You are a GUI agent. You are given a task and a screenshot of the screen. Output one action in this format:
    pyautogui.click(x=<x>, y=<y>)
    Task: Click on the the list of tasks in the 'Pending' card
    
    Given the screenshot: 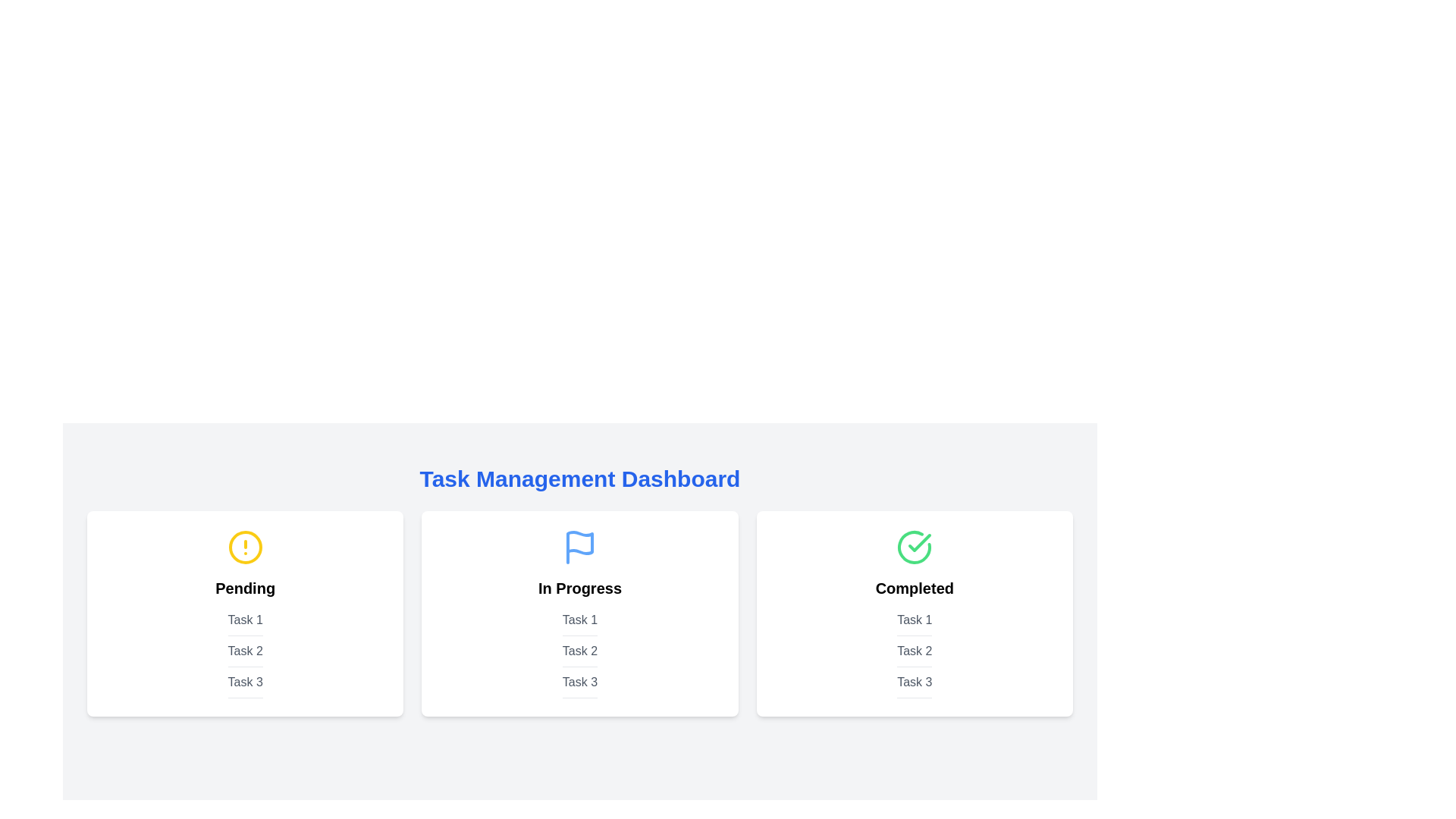 What is the action you would take?
    pyautogui.click(x=245, y=654)
    